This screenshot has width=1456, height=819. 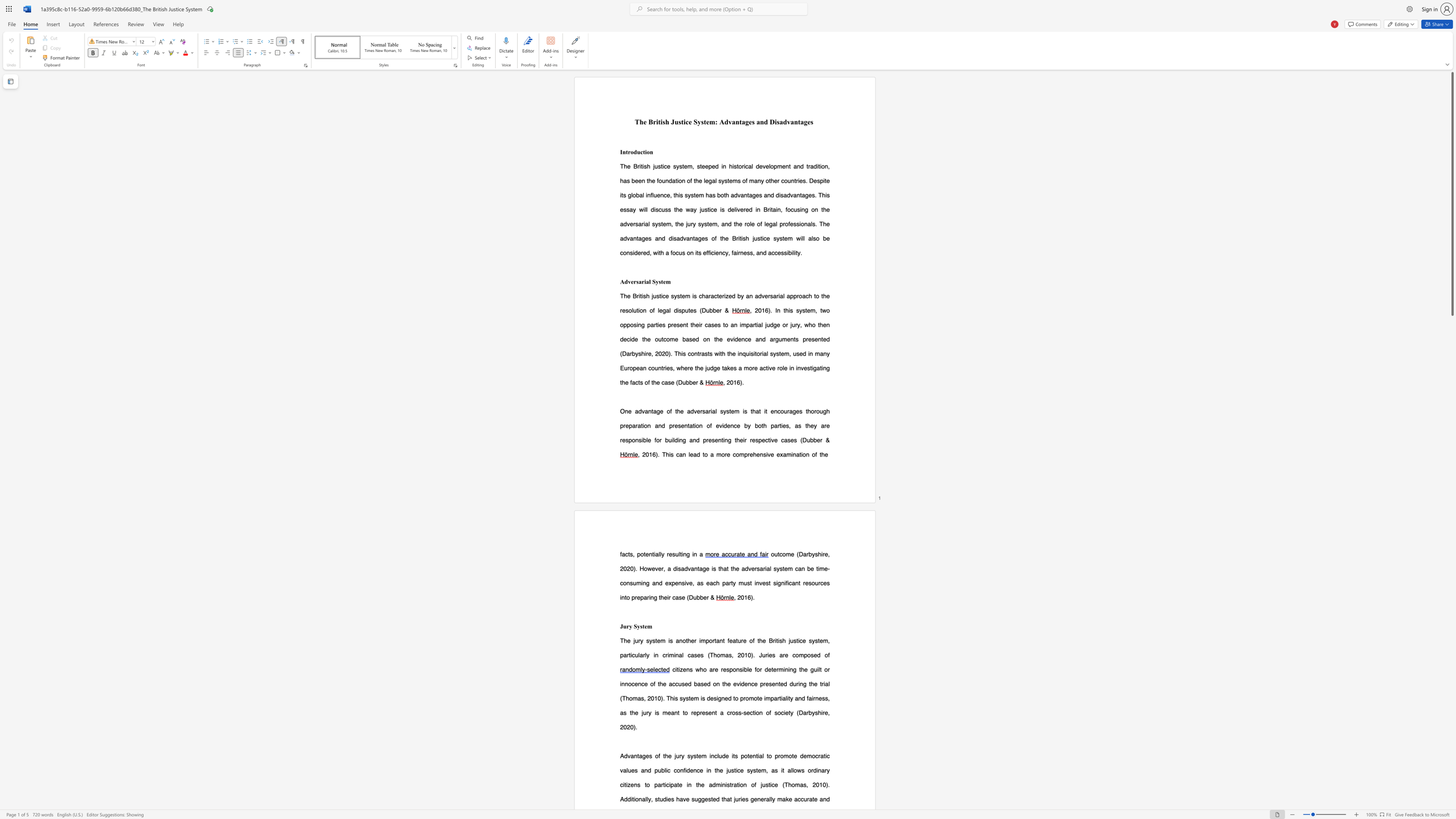 I want to click on the 1th character "b" in the text, so click(x=697, y=596).